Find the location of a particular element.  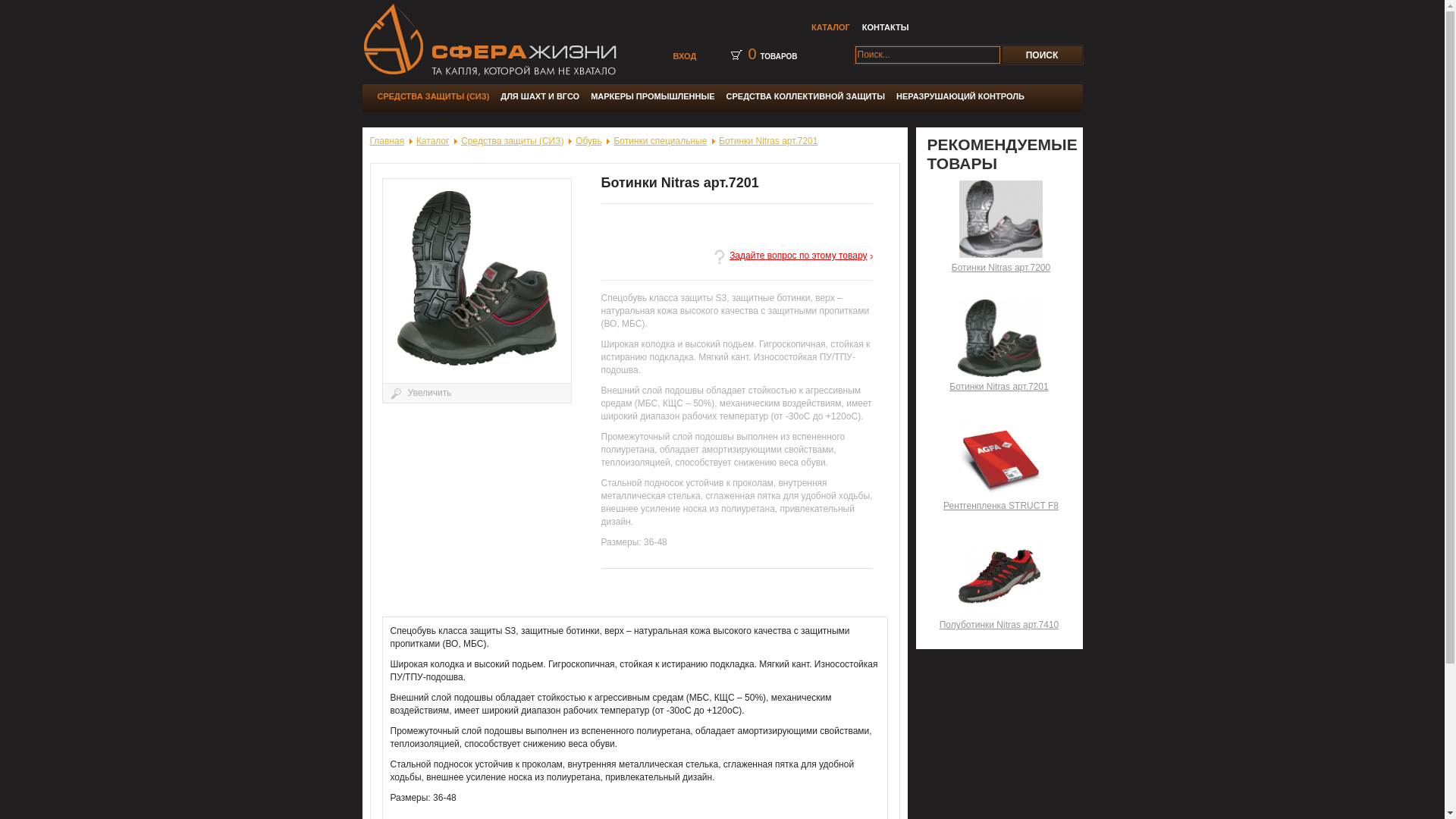

'0' is located at coordinates (747, 52).